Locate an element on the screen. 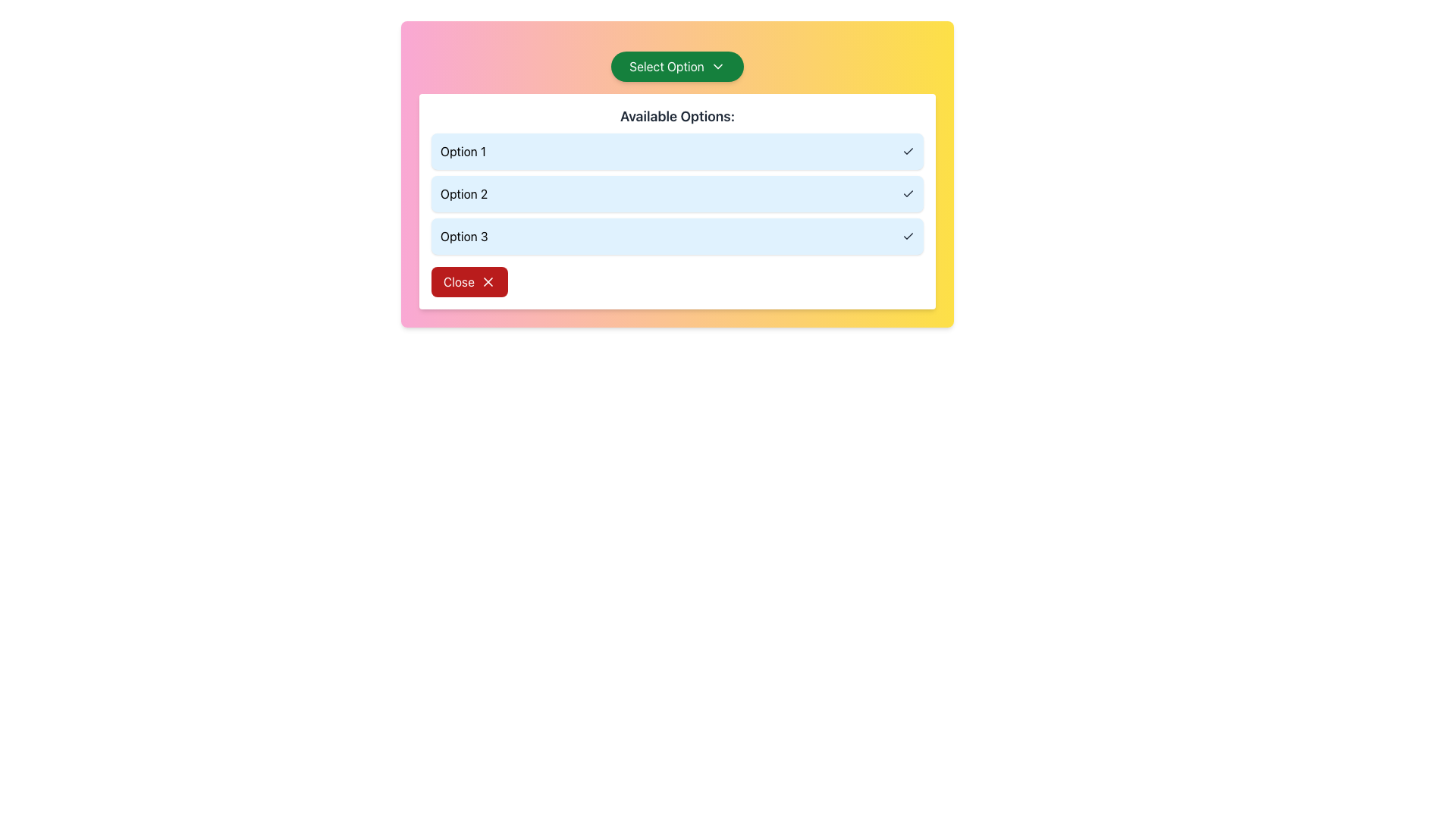 The image size is (1456, 819). an option in the options list of the Panel located below the 'Select Option' button and above the 'Close' button is located at coordinates (676, 201).